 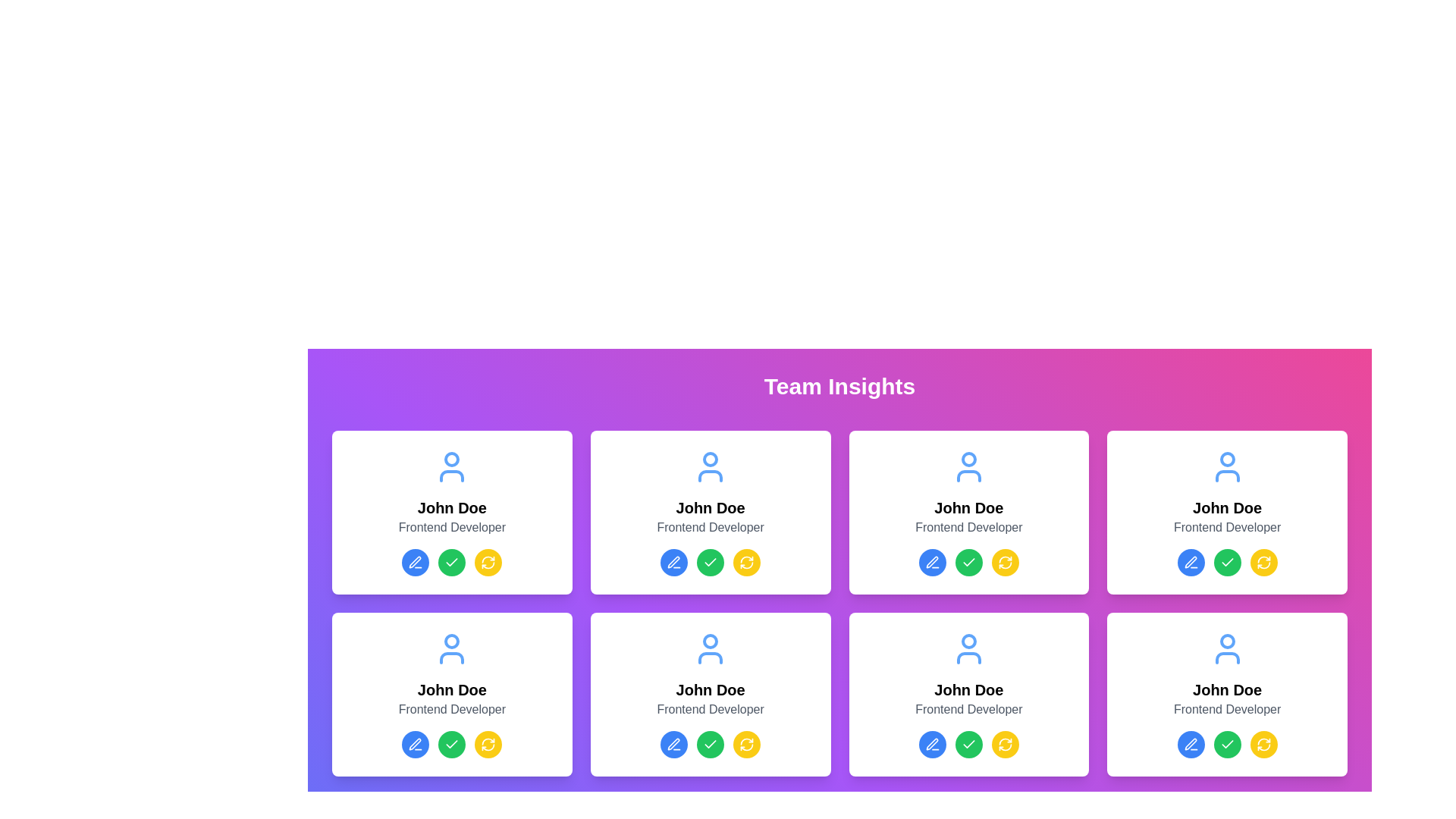 What do you see at coordinates (1263, 562) in the screenshot?
I see `the circular yellow button with a white arrow refresh icon located at the bottom-right corner of the card` at bounding box center [1263, 562].